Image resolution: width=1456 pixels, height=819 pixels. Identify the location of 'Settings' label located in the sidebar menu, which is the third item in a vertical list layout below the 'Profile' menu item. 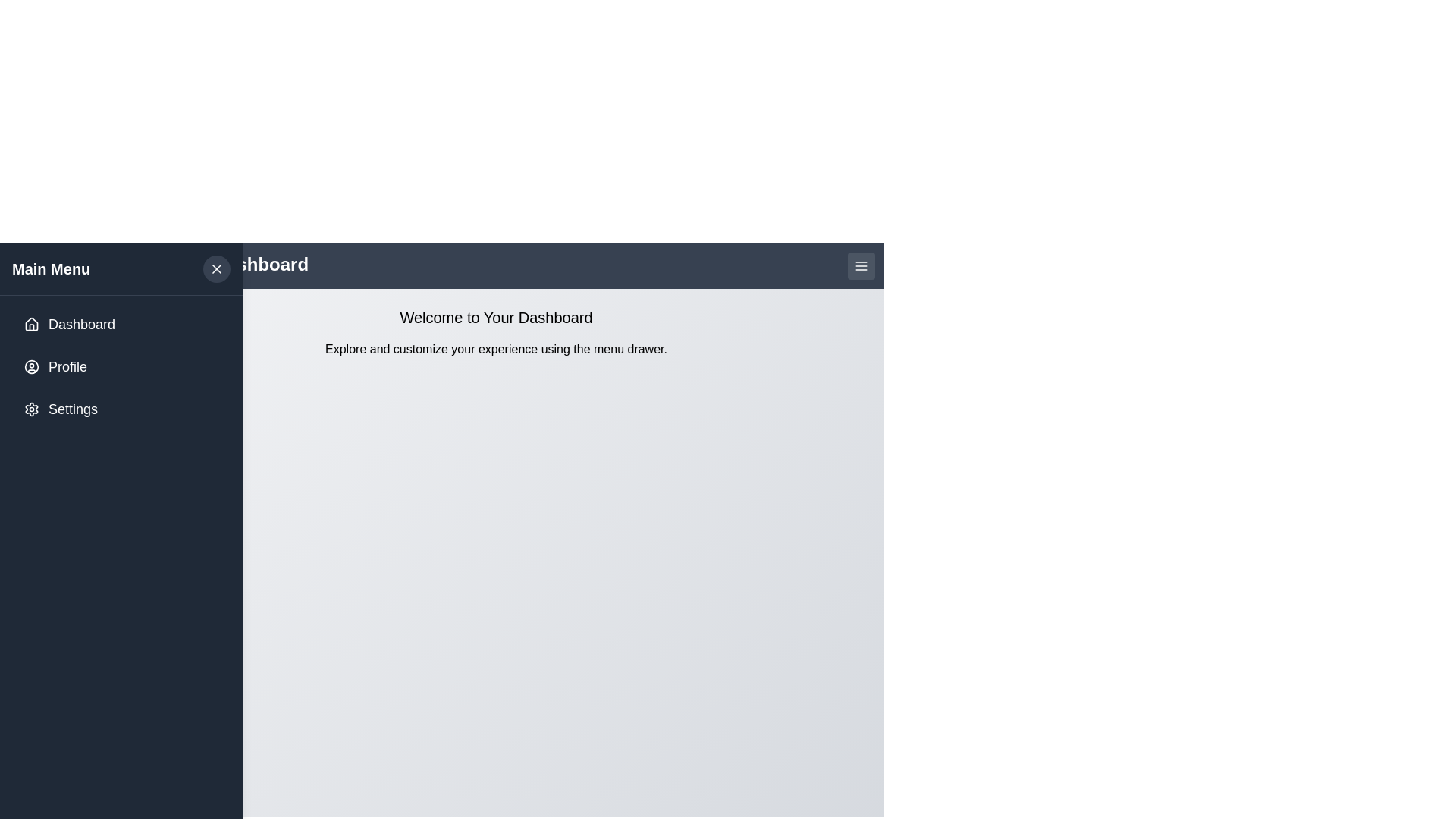
(72, 409).